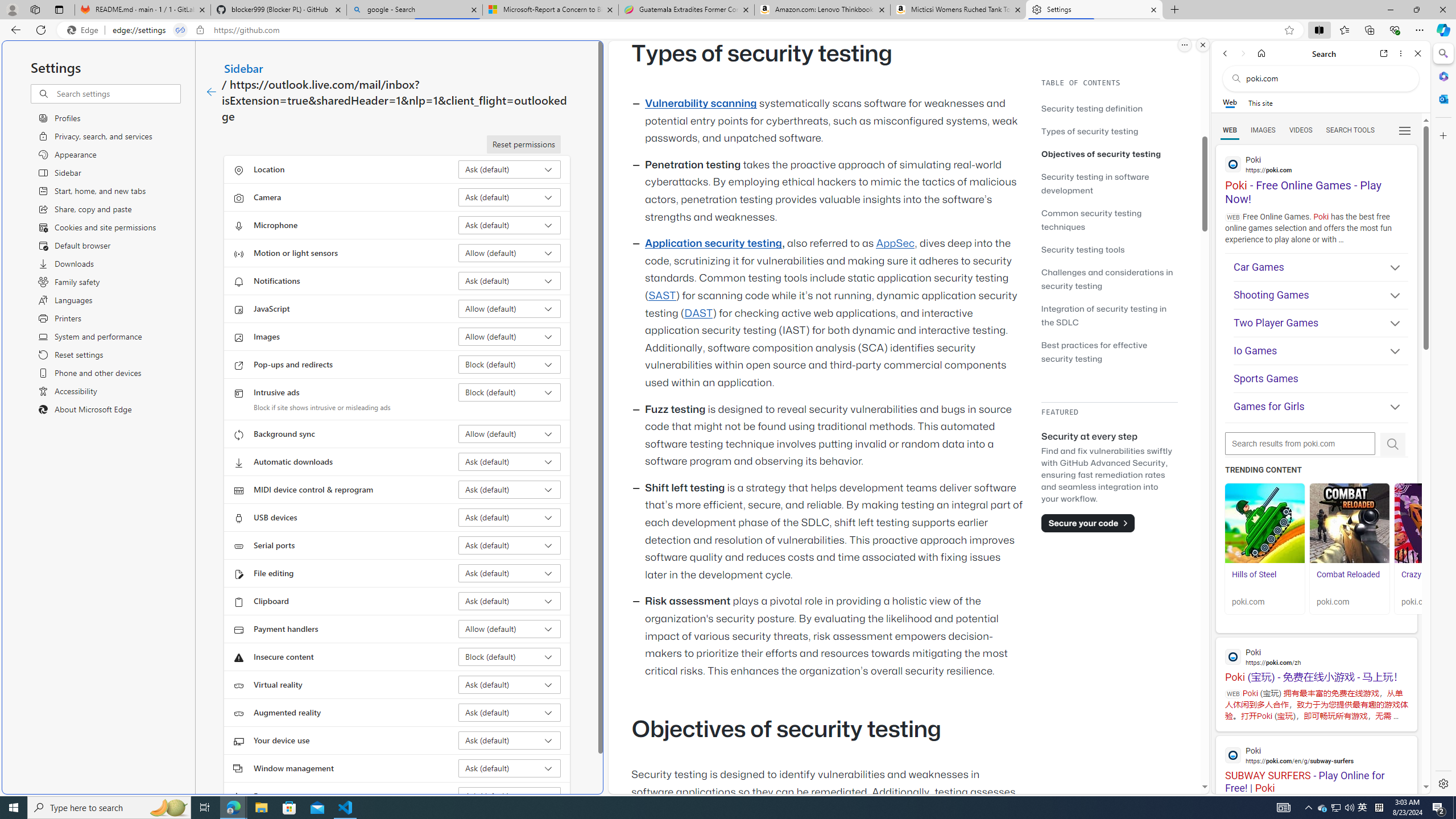 This screenshot has height=819, width=1456. What do you see at coordinates (510, 712) in the screenshot?
I see `'Augmented reality Ask (default)'` at bounding box center [510, 712].